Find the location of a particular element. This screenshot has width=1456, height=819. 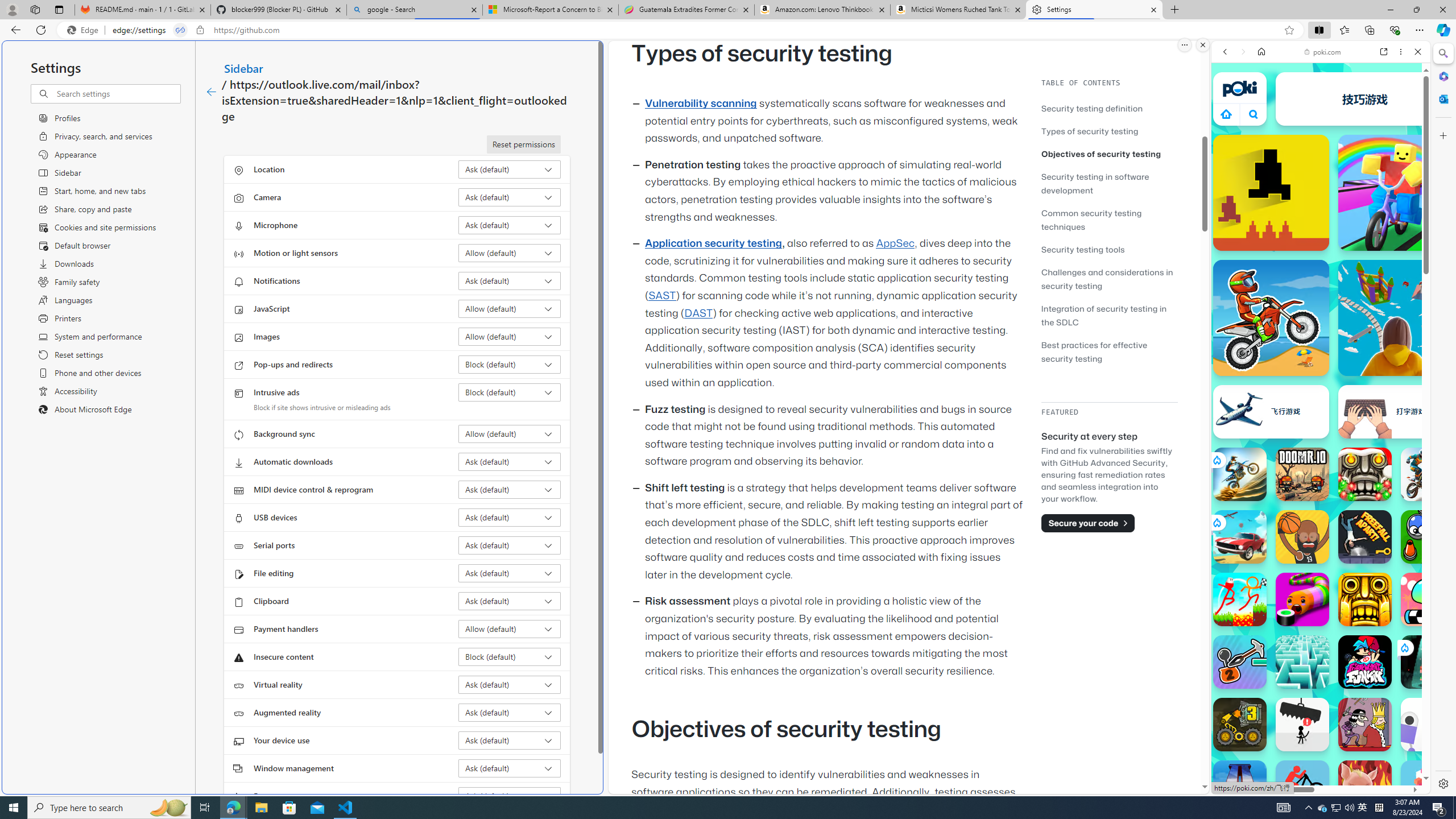

'Search results from poki.com' is located at coordinates (1300, 444).